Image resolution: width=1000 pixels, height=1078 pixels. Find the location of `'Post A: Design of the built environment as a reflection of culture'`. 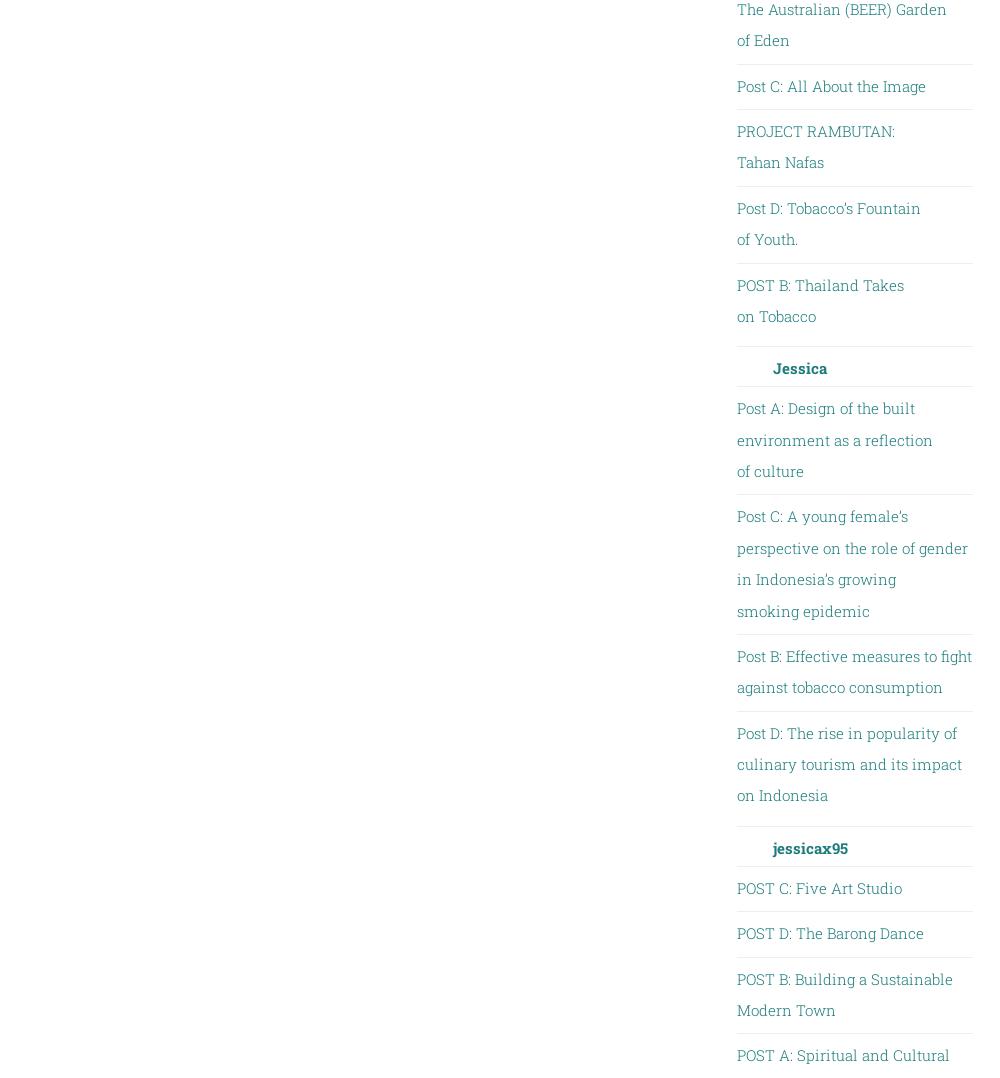

'Post A: Design of the built environment as a reflection of culture' is located at coordinates (735, 439).